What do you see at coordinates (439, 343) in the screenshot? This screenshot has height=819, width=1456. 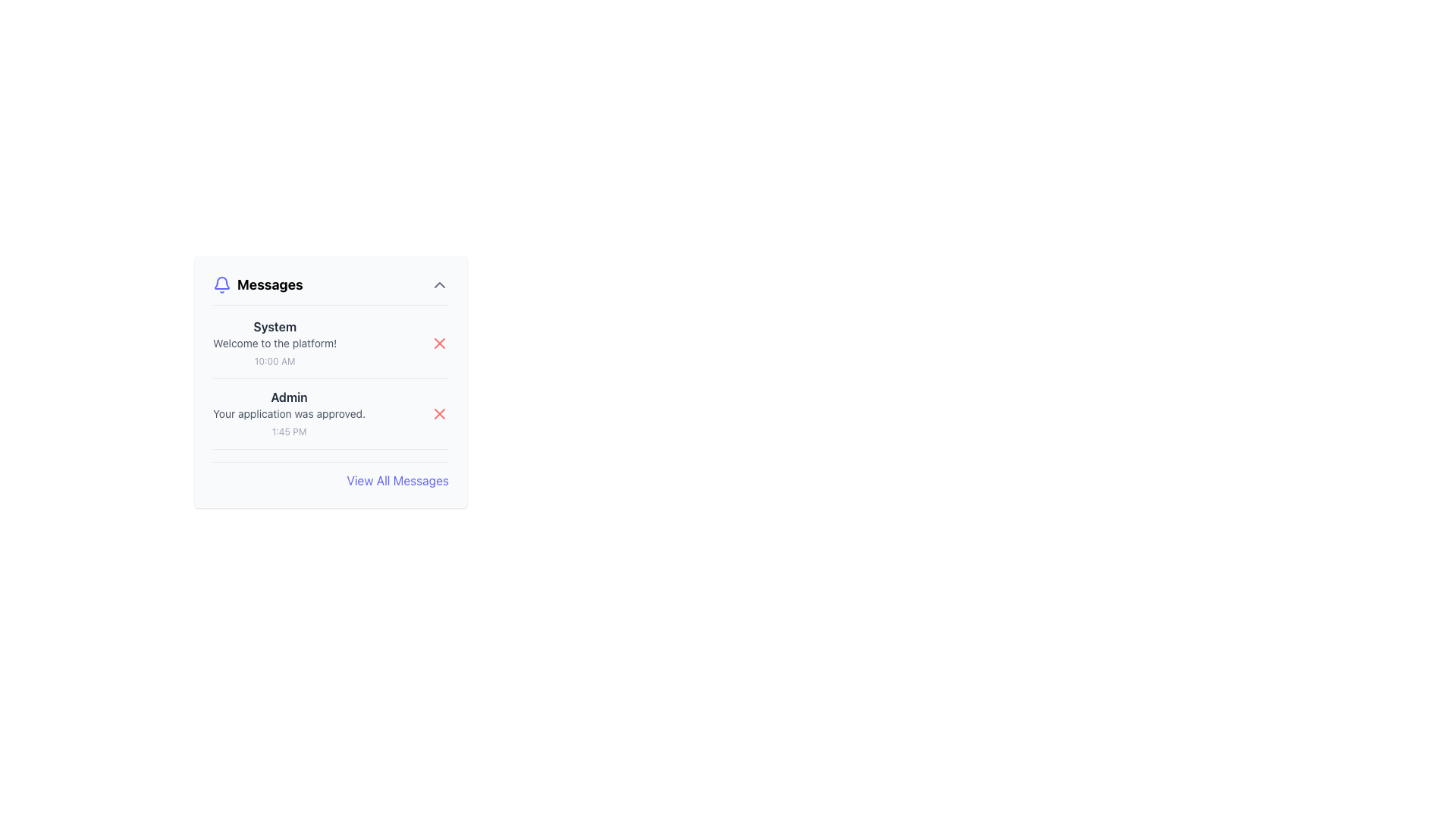 I see `the red diagonal cross-shaped icon located to the right of the 'Admin' text and below the 'System' text in the messages interface` at bounding box center [439, 343].